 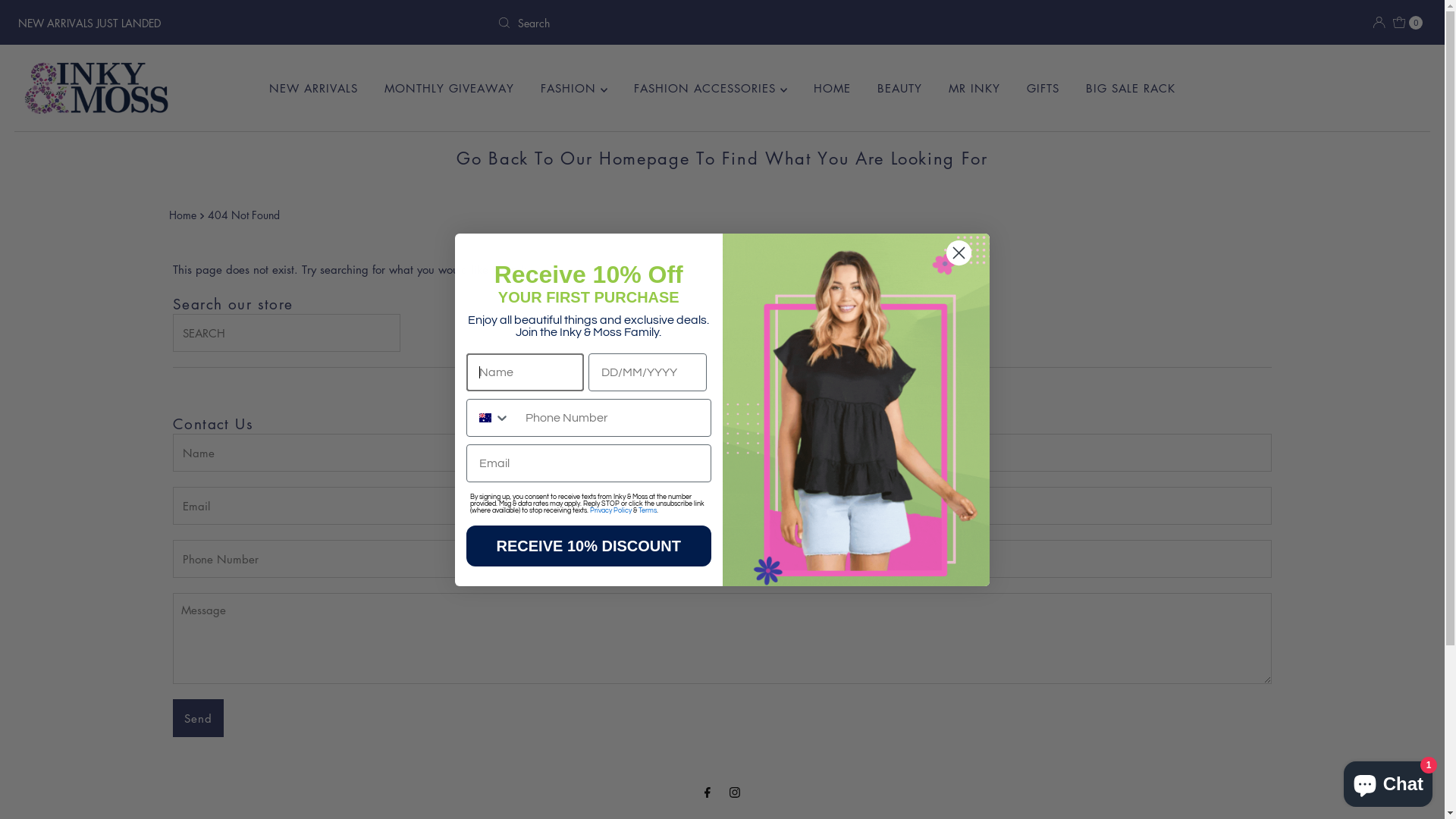 I want to click on 'Send', so click(x=197, y=717).